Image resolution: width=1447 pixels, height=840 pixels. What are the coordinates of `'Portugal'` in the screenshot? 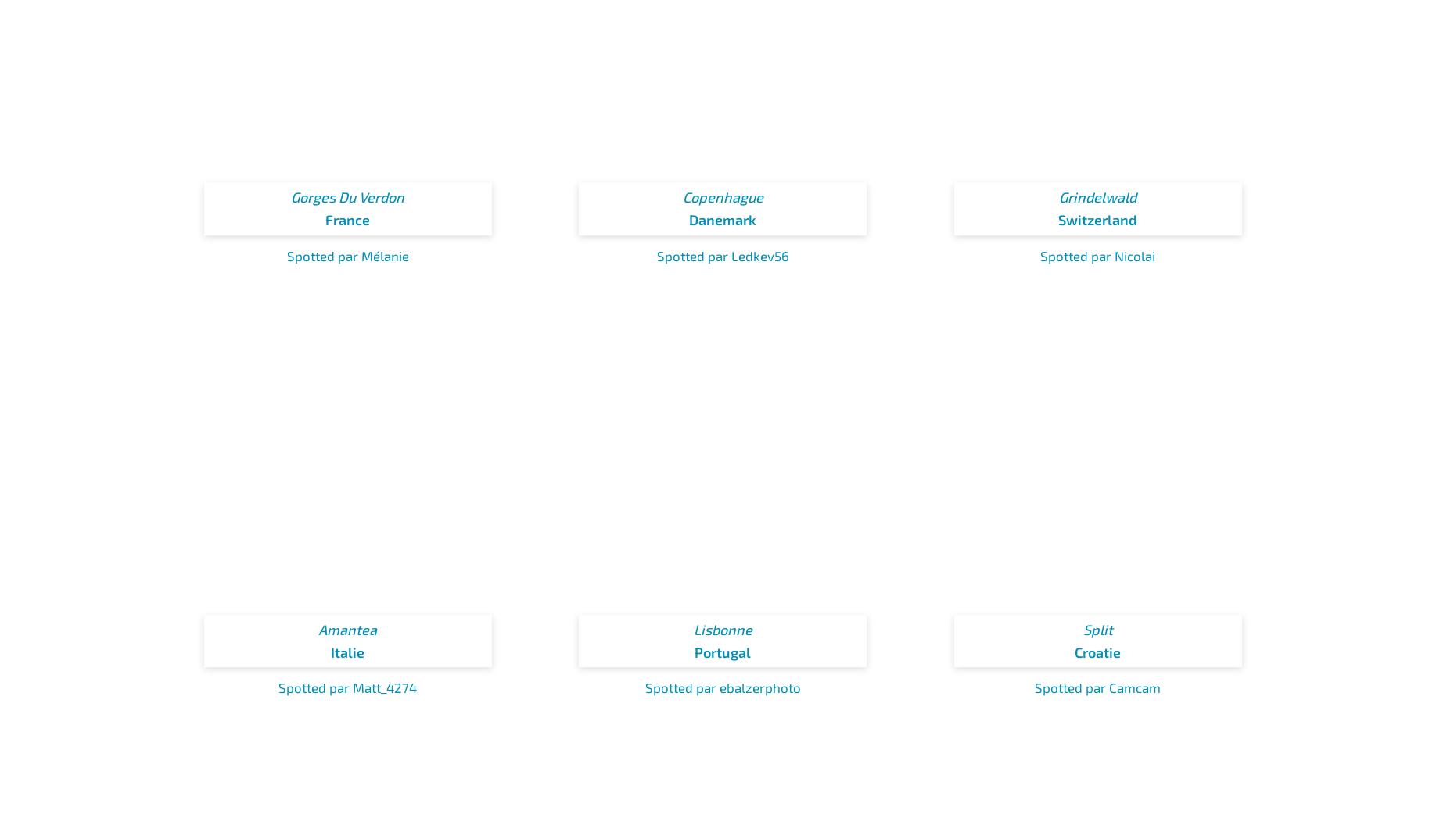 It's located at (723, 651).